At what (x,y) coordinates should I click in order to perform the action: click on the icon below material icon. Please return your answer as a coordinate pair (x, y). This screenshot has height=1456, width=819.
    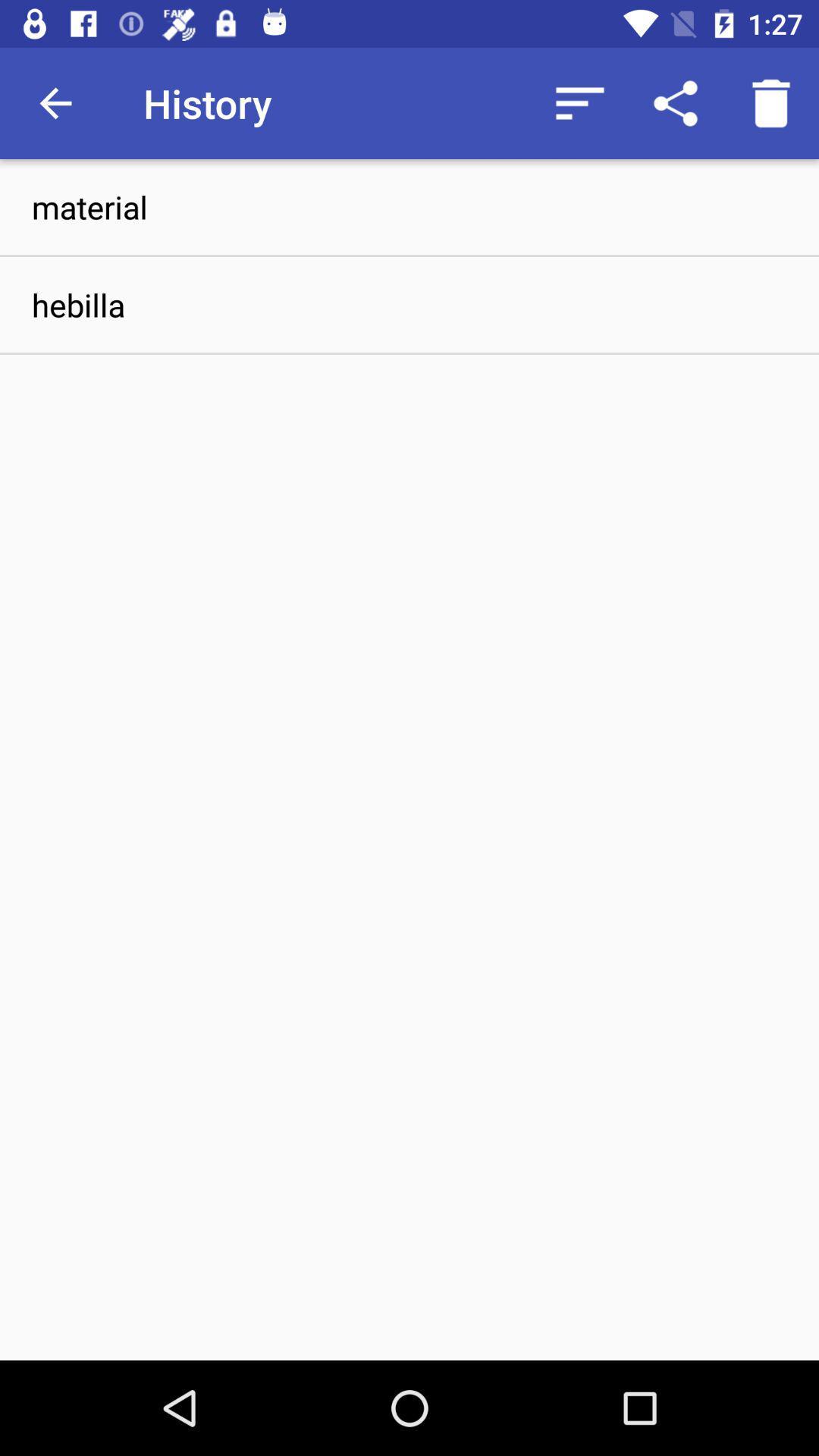
    Looking at the image, I should click on (409, 304).